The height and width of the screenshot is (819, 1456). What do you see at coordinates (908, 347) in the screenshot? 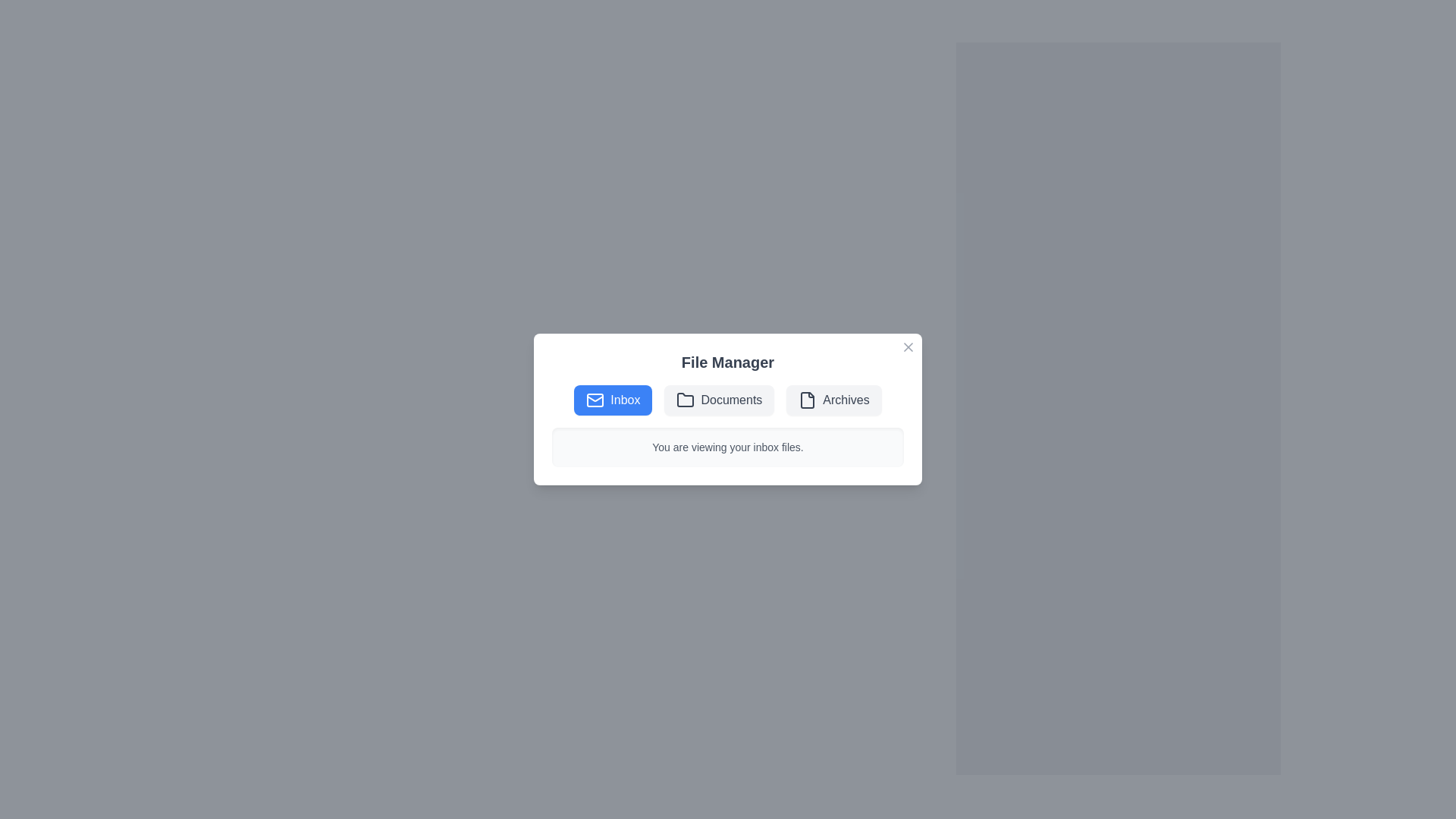
I see `the close button located in the upper-right corner of the 'File Manager' modal window to change its color to red` at bounding box center [908, 347].